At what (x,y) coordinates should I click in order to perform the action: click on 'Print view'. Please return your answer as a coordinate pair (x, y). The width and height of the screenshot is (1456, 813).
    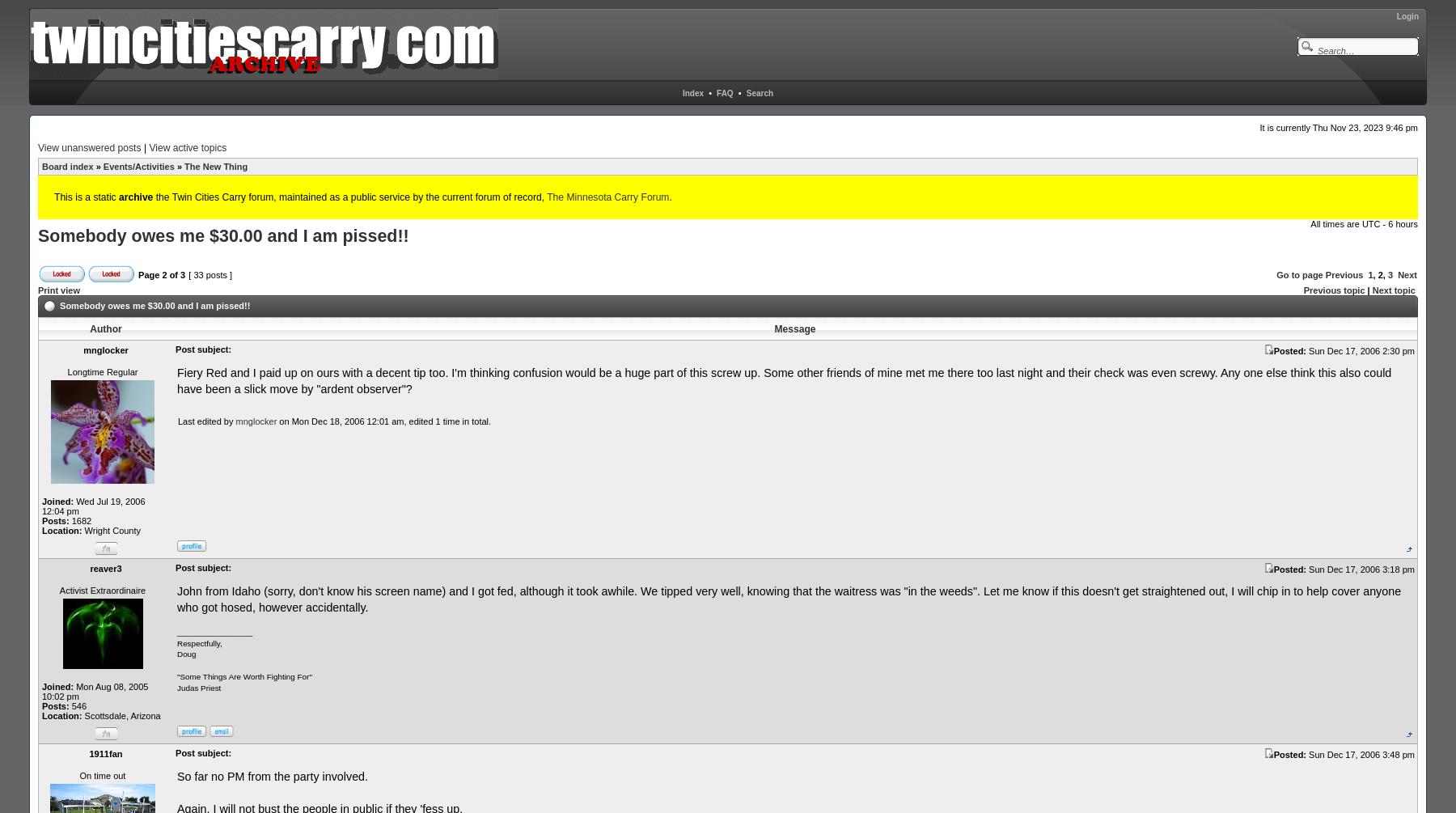
    Looking at the image, I should click on (36, 289).